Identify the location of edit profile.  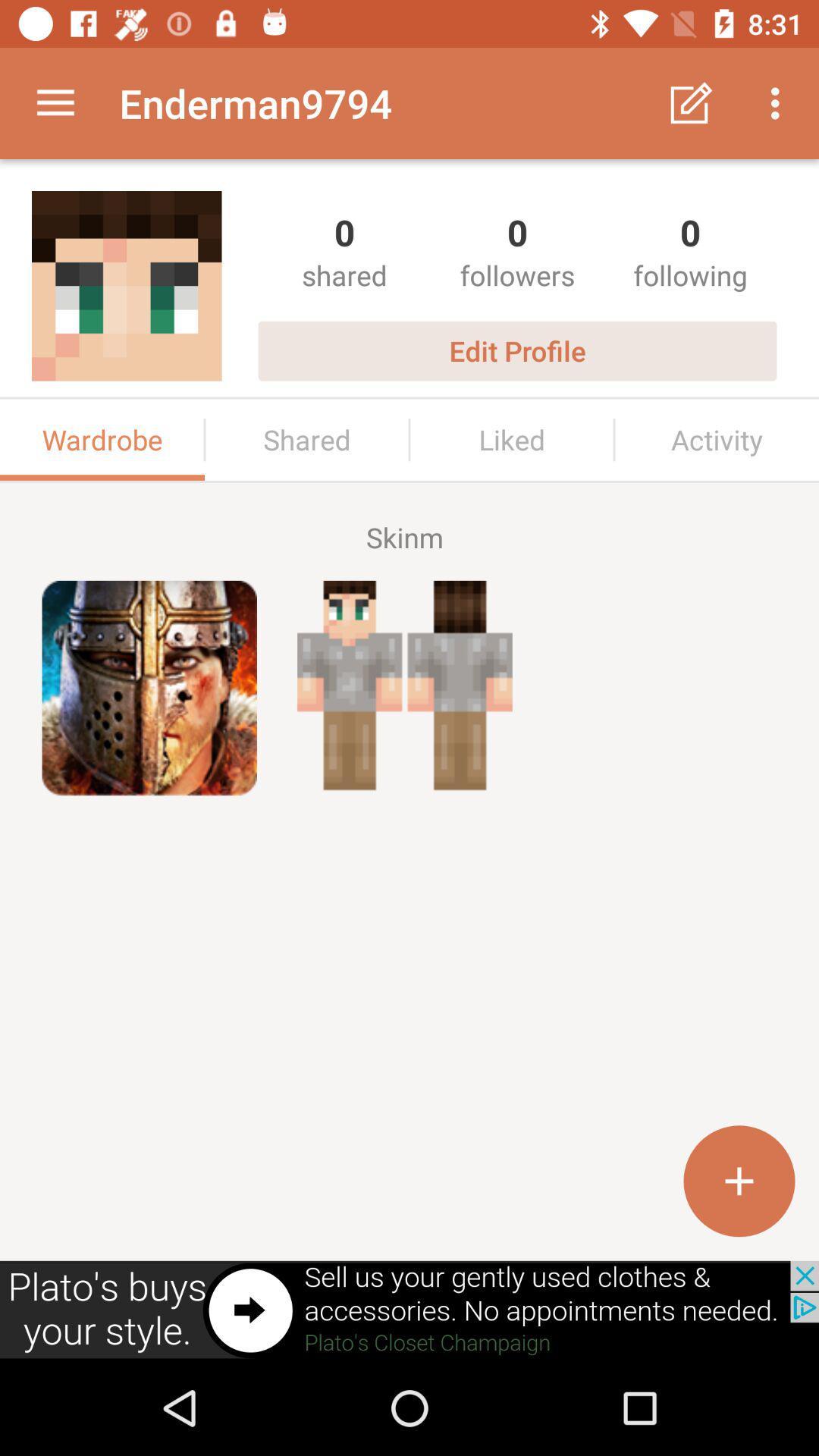
(516, 350).